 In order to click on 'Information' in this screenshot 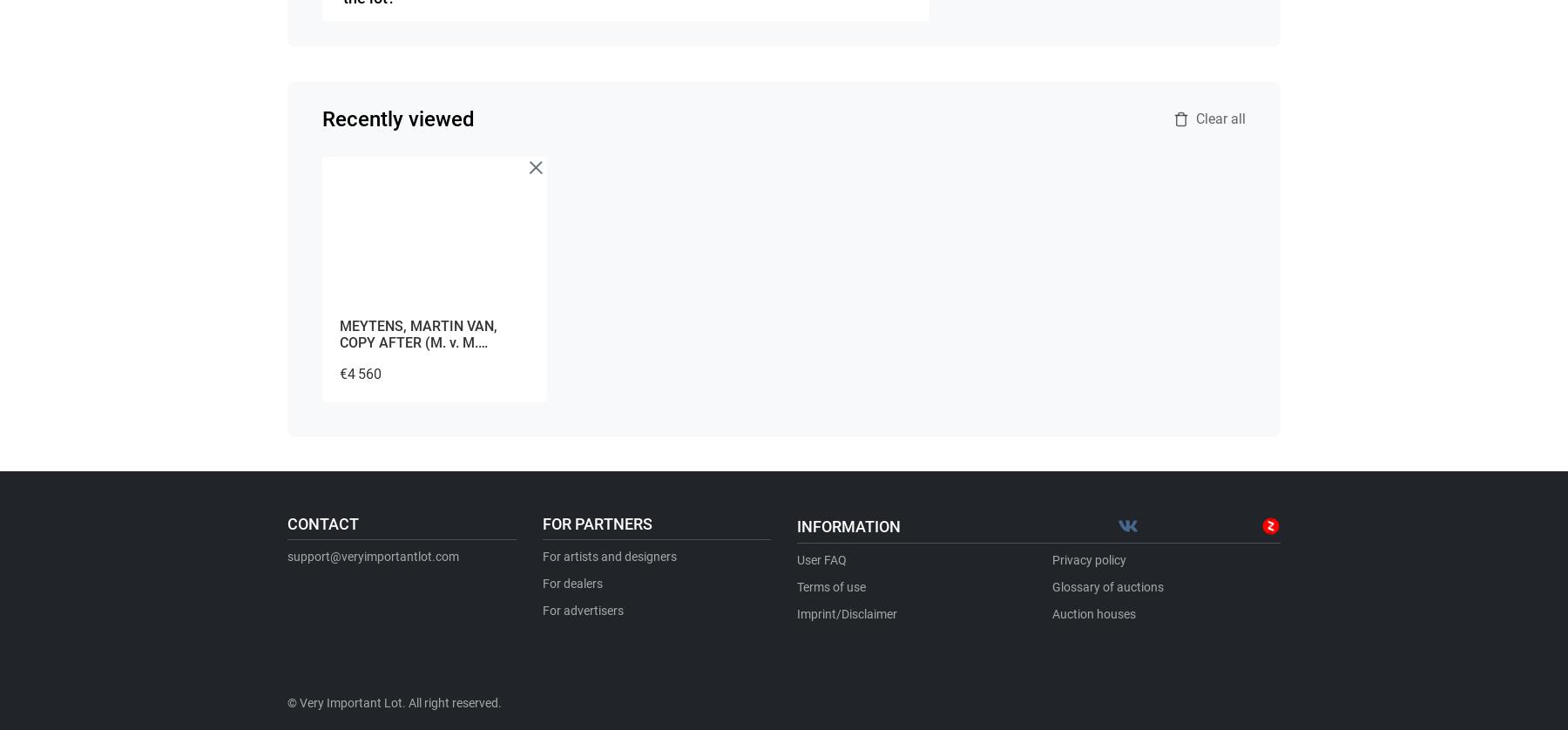, I will do `click(848, 525)`.